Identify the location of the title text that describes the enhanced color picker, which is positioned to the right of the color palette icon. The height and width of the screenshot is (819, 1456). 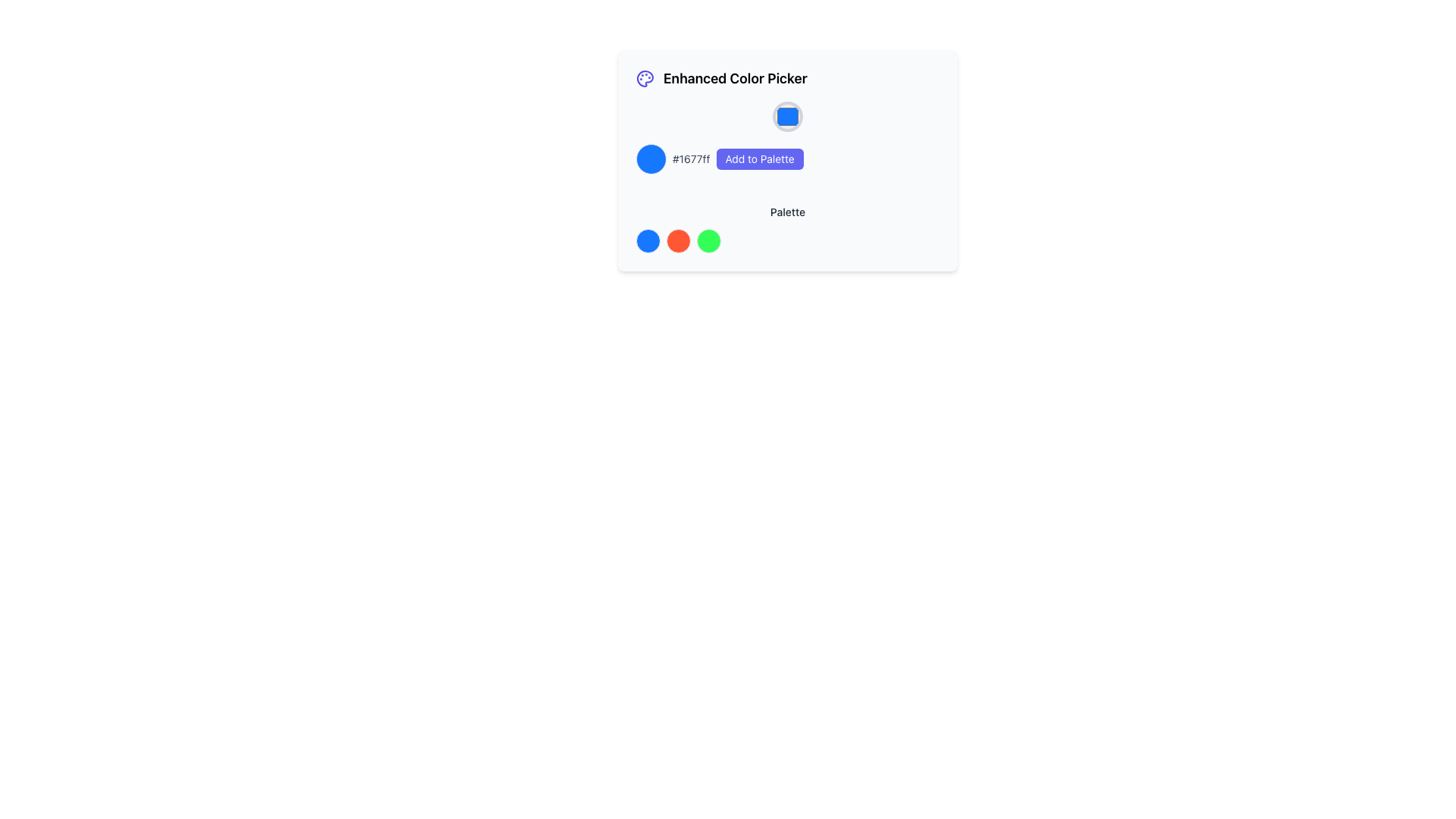
(735, 79).